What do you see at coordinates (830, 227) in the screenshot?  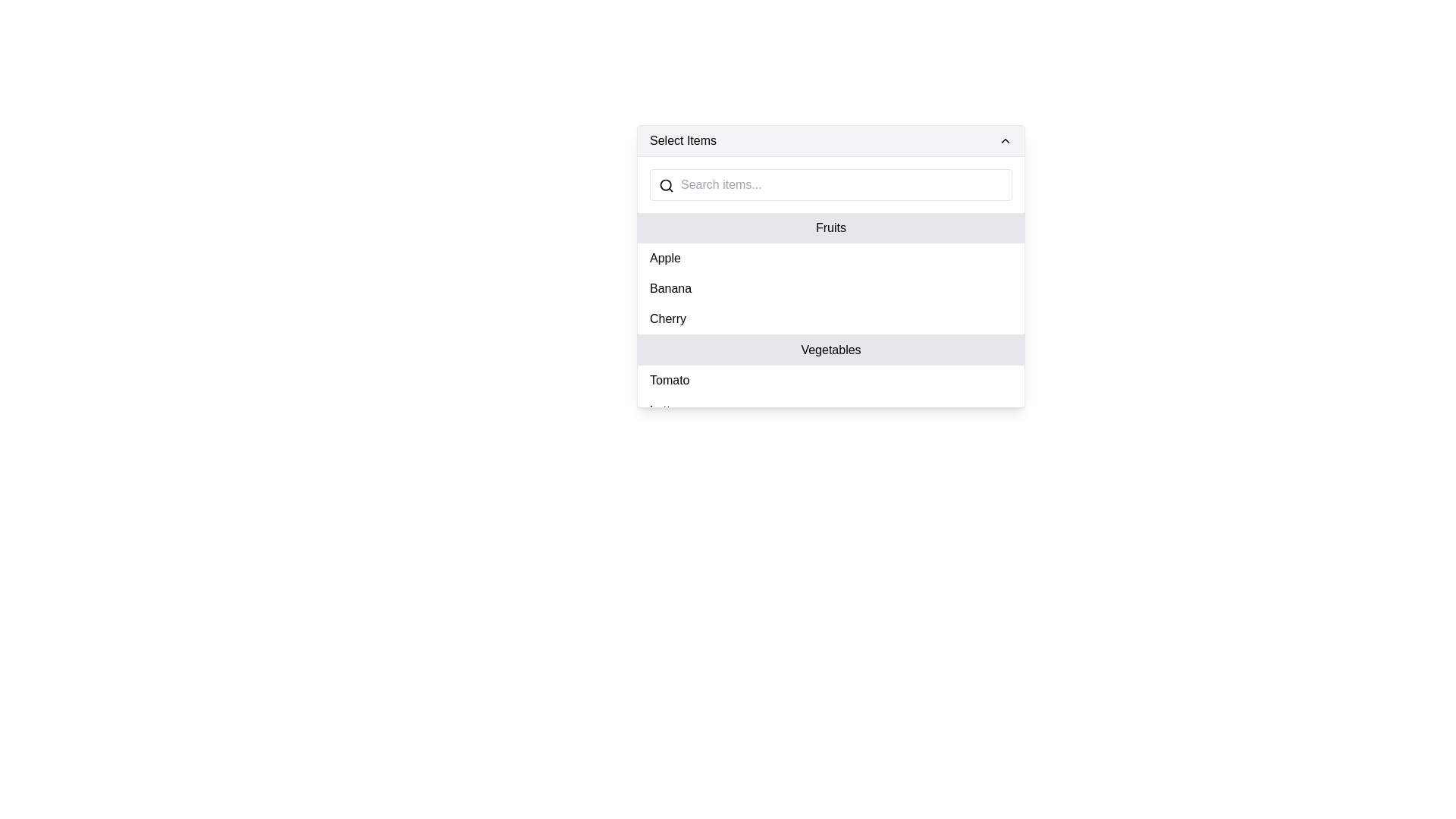 I see `the 'Fruits' category header, which visually groups the list items such as 'Apple', 'Banana', and 'Cherry', located beneath the search bar` at bounding box center [830, 227].